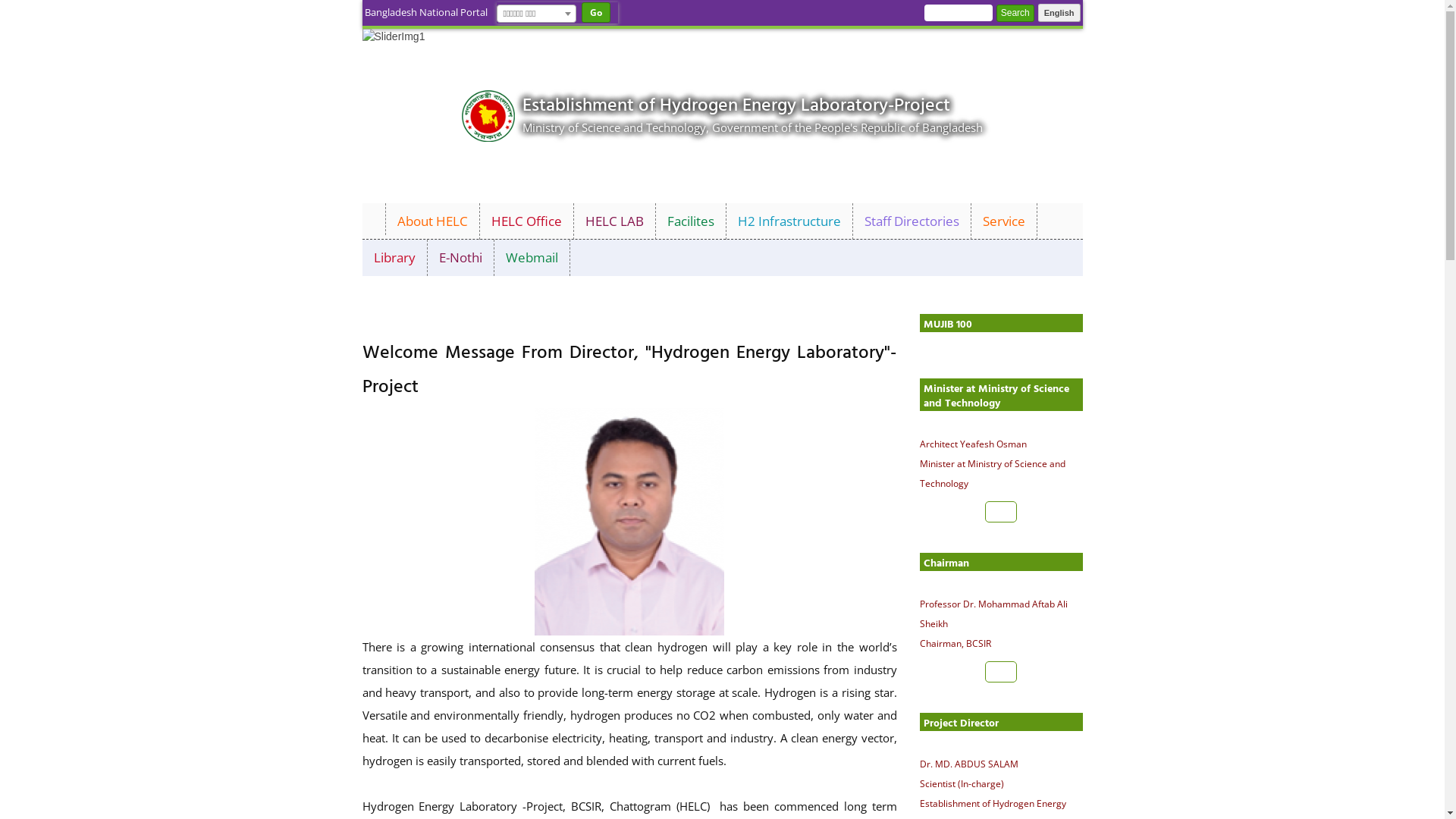  Describe the element at coordinates (1003, 221) in the screenshot. I see `'Service'` at that location.